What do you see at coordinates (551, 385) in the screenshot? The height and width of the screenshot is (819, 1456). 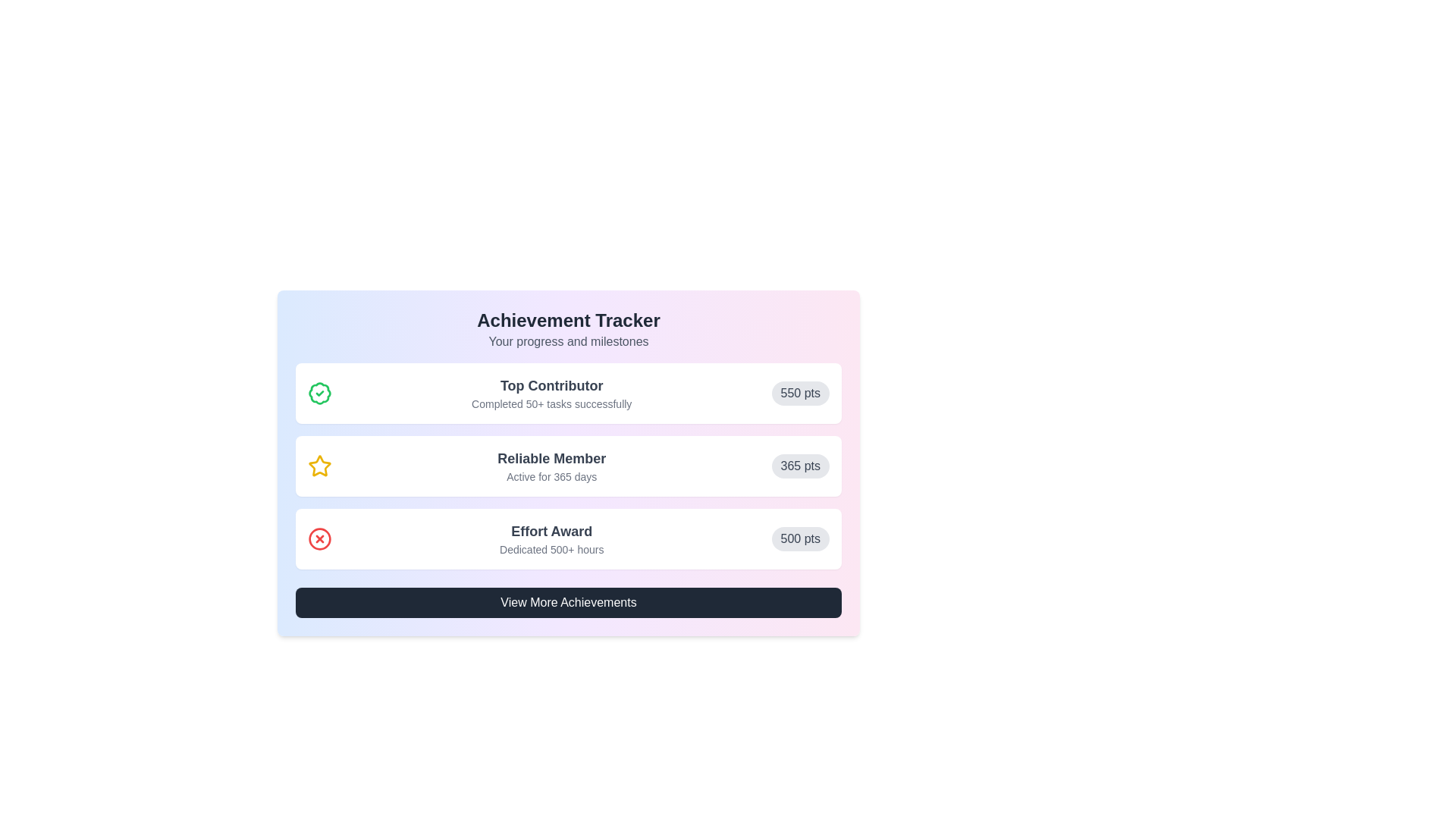 I see `text content of the 'Top Contributor' label, which is styled in bold, larger dark gray font and located above the description of the first achievement entry` at bounding box center [551, 385].